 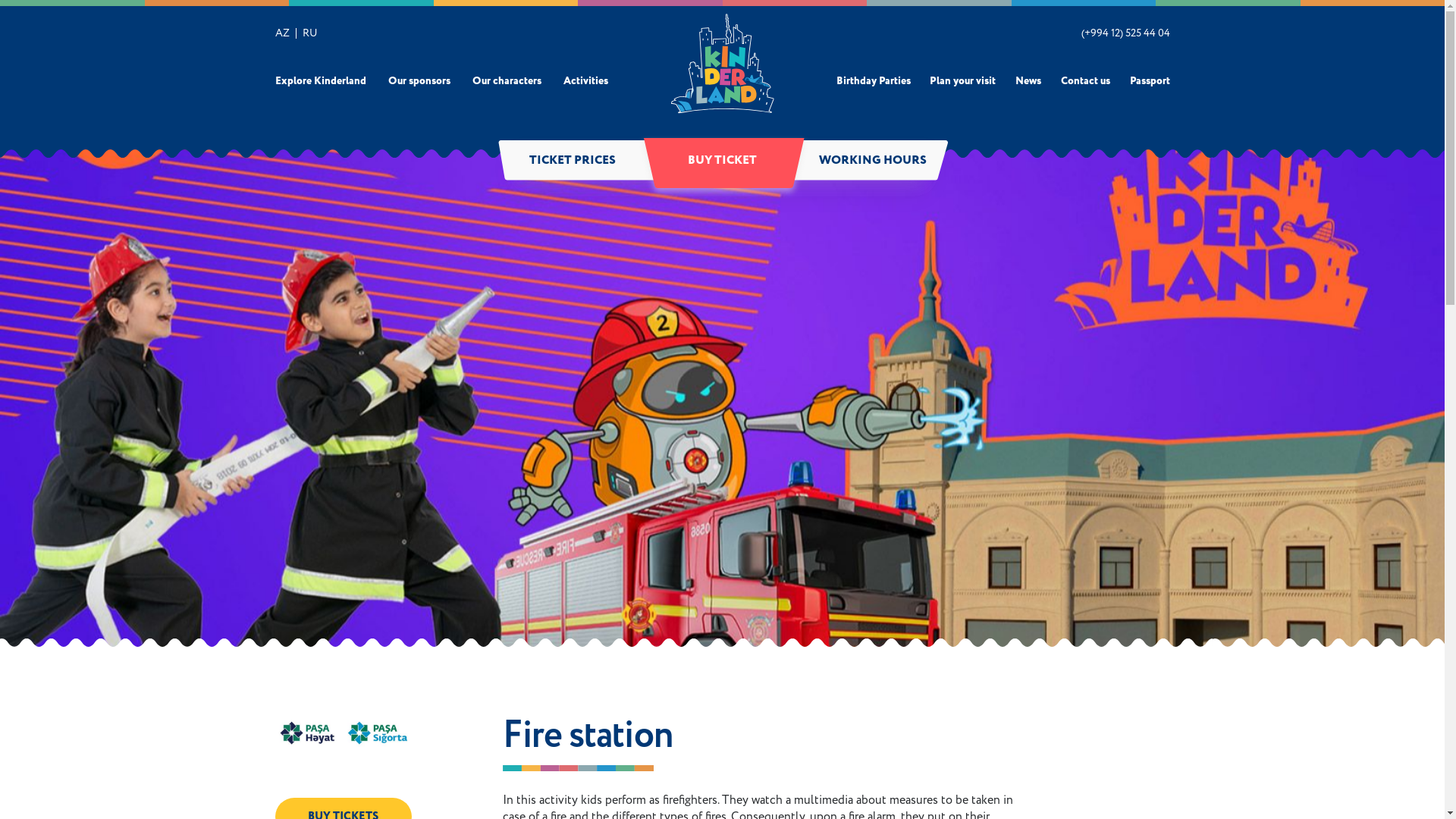 What do you see at coordinates (1059, 81) in the screenshot?
I see `'Contact us'` at bounding box center [1059, 81].